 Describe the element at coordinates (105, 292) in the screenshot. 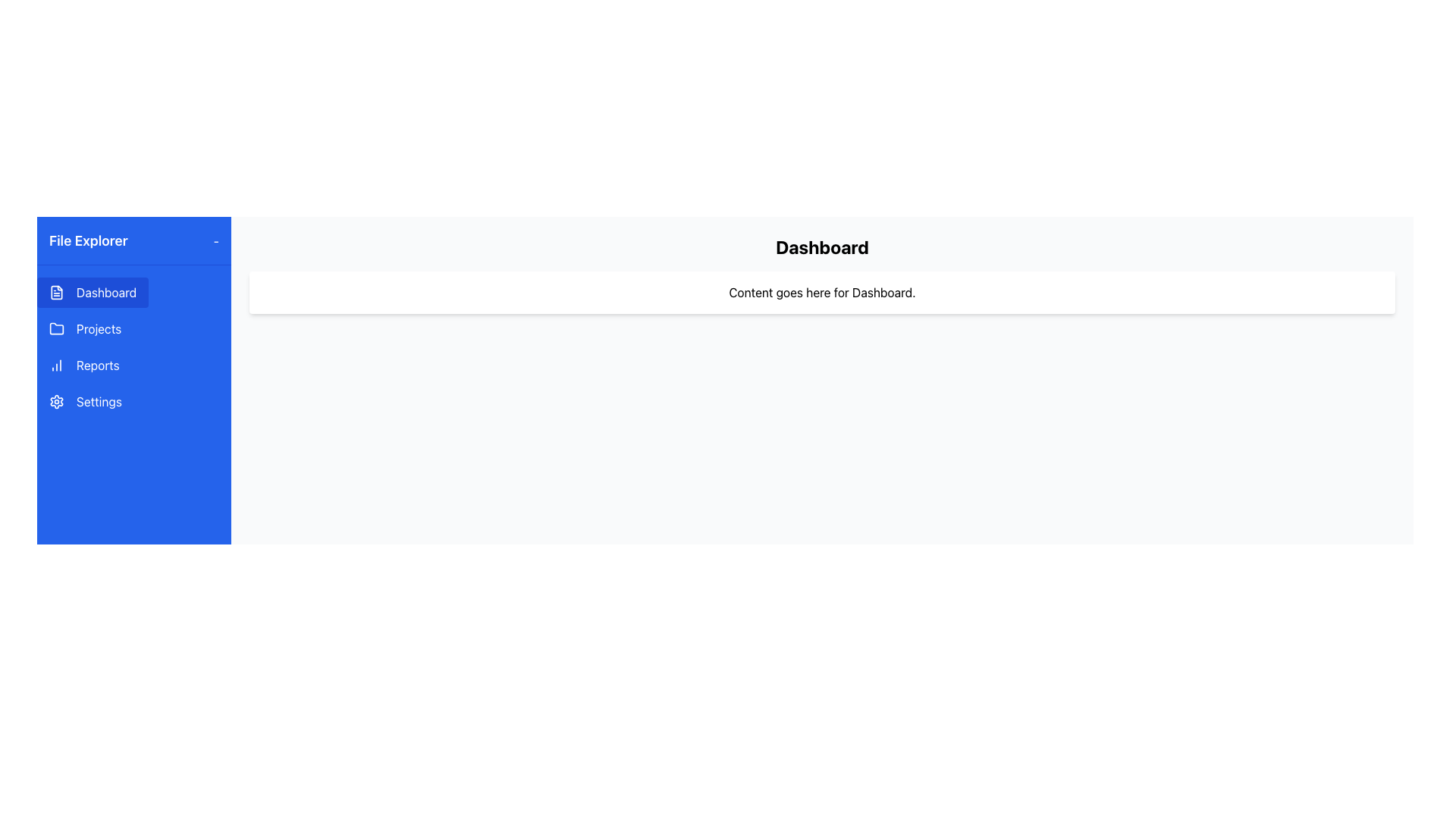

I see `the 'Dashboard' button in the sidebar navigation menu` at that location.